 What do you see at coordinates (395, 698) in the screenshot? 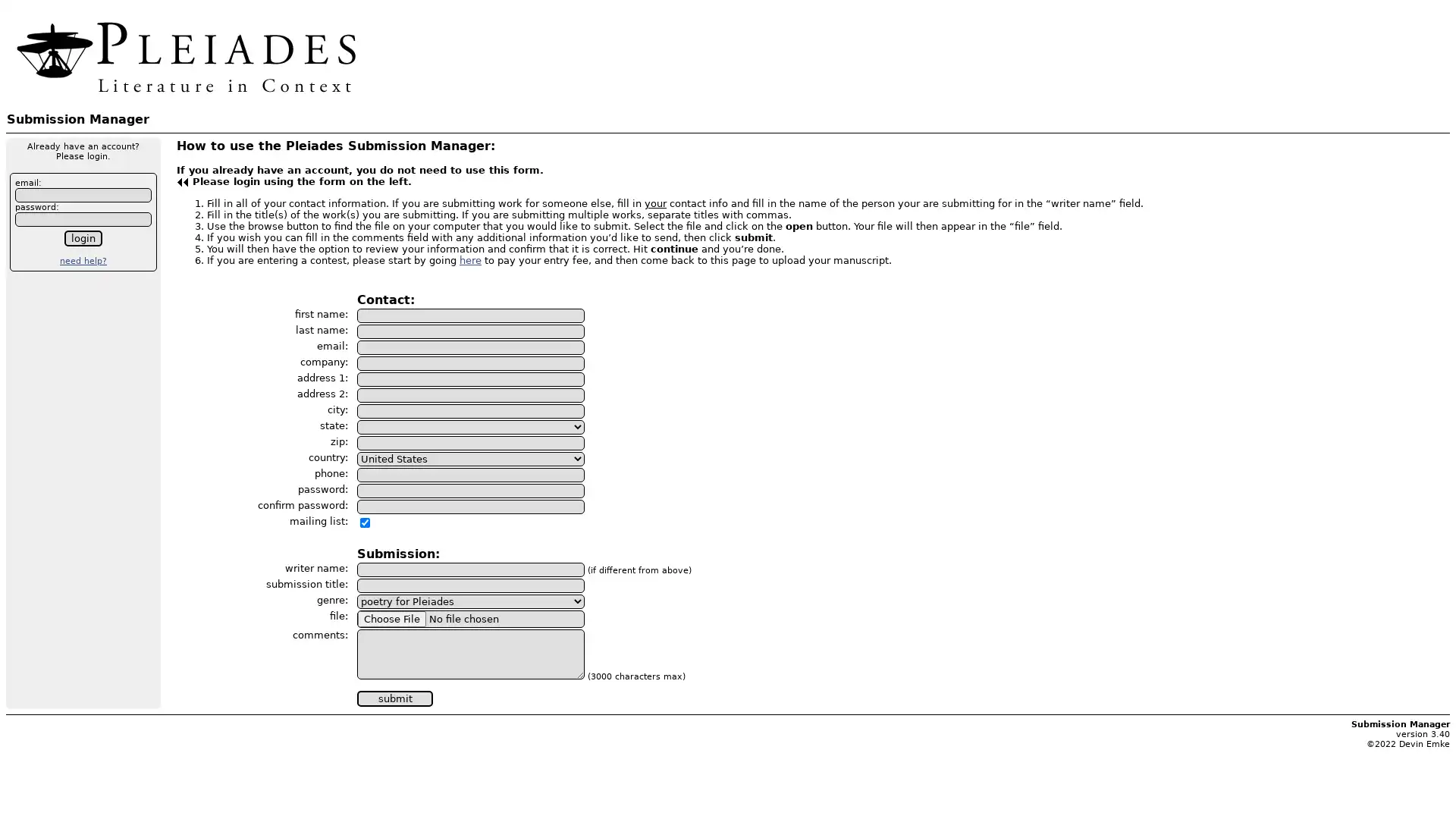
I see `submit` at bounding box center [395, 698].